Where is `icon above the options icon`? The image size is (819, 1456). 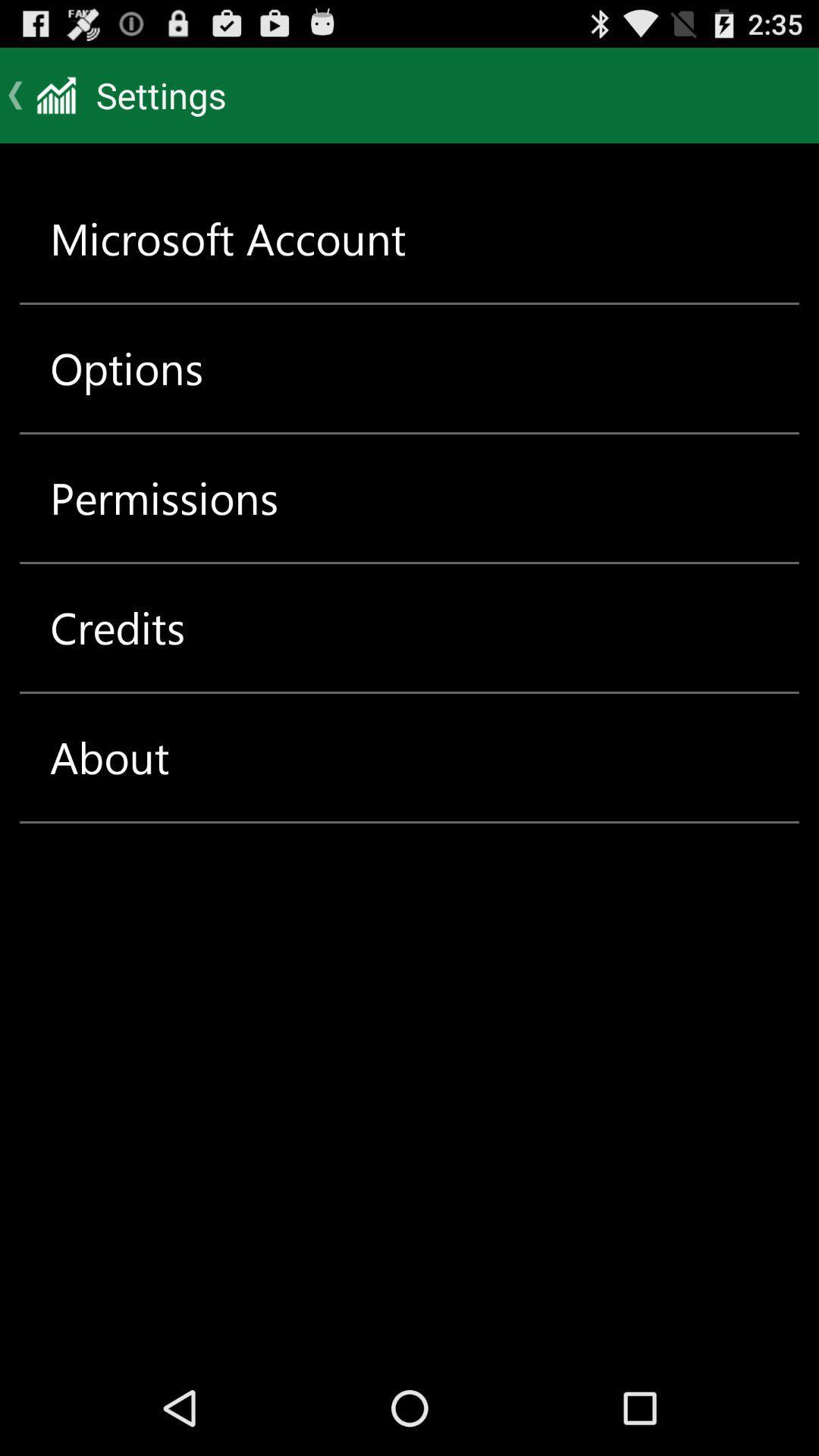 icon above the options icon is located at coordinates (227, 238).